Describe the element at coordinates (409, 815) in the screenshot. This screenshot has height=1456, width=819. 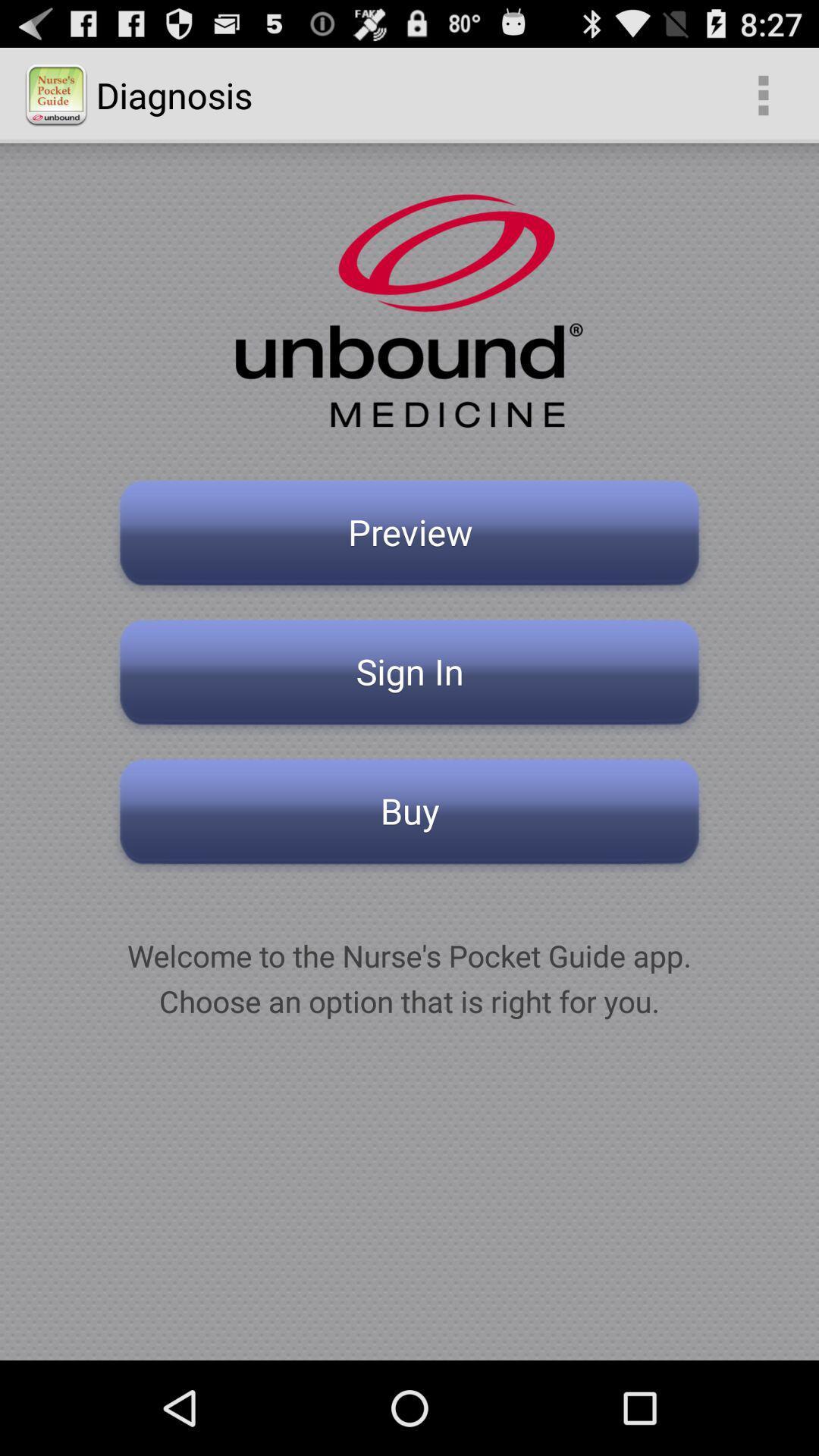
I see `button below sign in` at that location.